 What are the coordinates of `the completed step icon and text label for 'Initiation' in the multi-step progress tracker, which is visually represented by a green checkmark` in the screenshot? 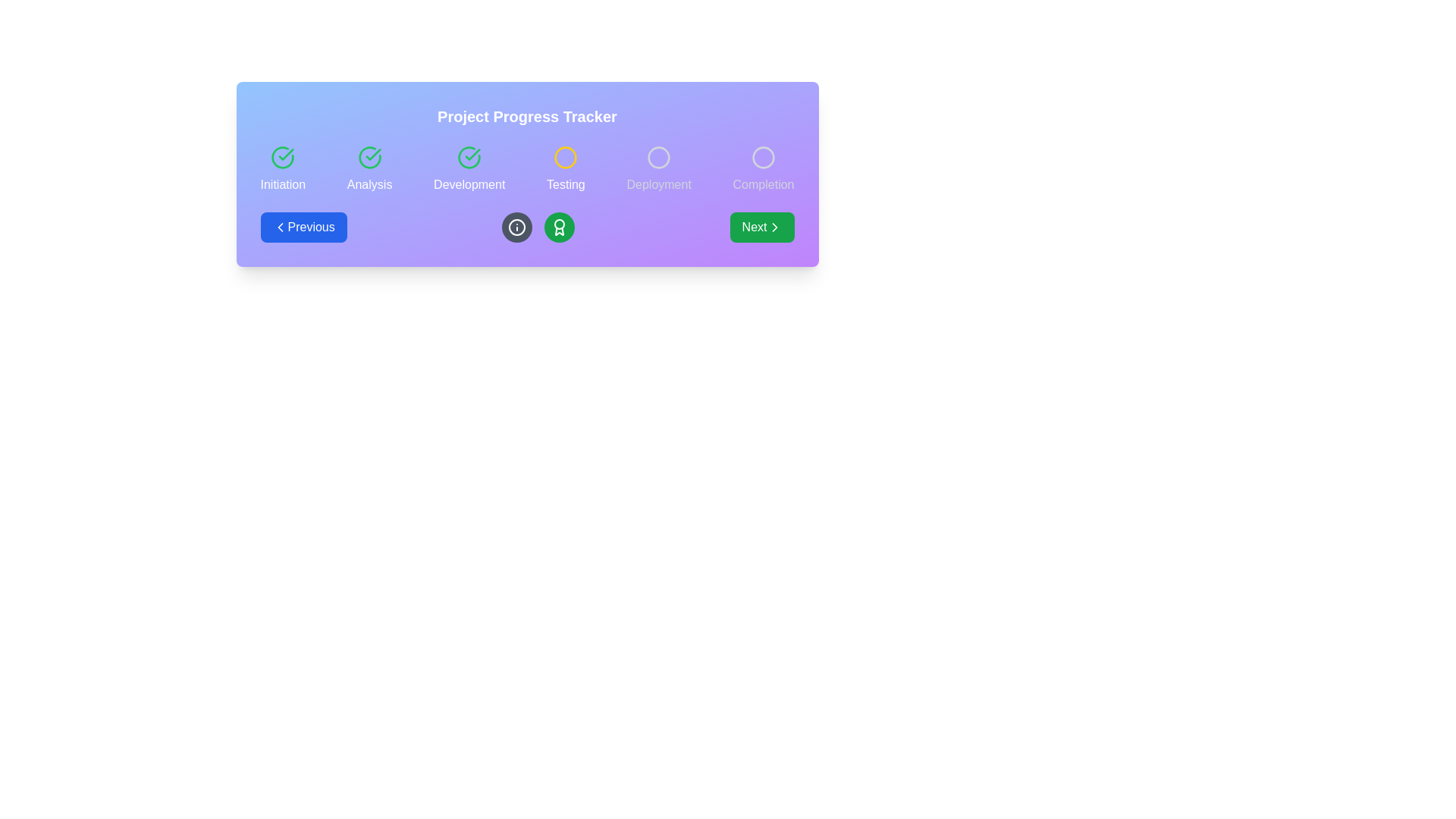 It's located at (283, 169).